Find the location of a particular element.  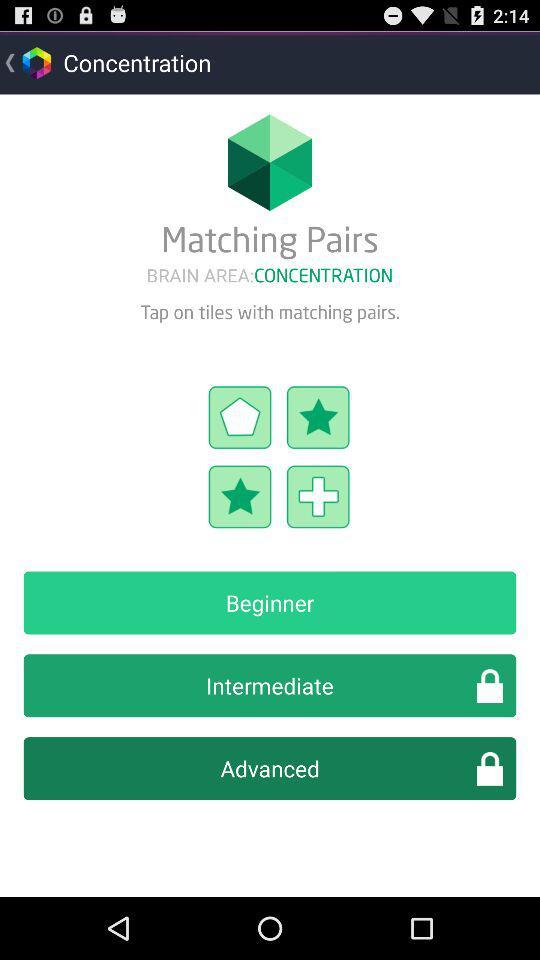

icon above intermediate icon is located at coordinates (270, 601).